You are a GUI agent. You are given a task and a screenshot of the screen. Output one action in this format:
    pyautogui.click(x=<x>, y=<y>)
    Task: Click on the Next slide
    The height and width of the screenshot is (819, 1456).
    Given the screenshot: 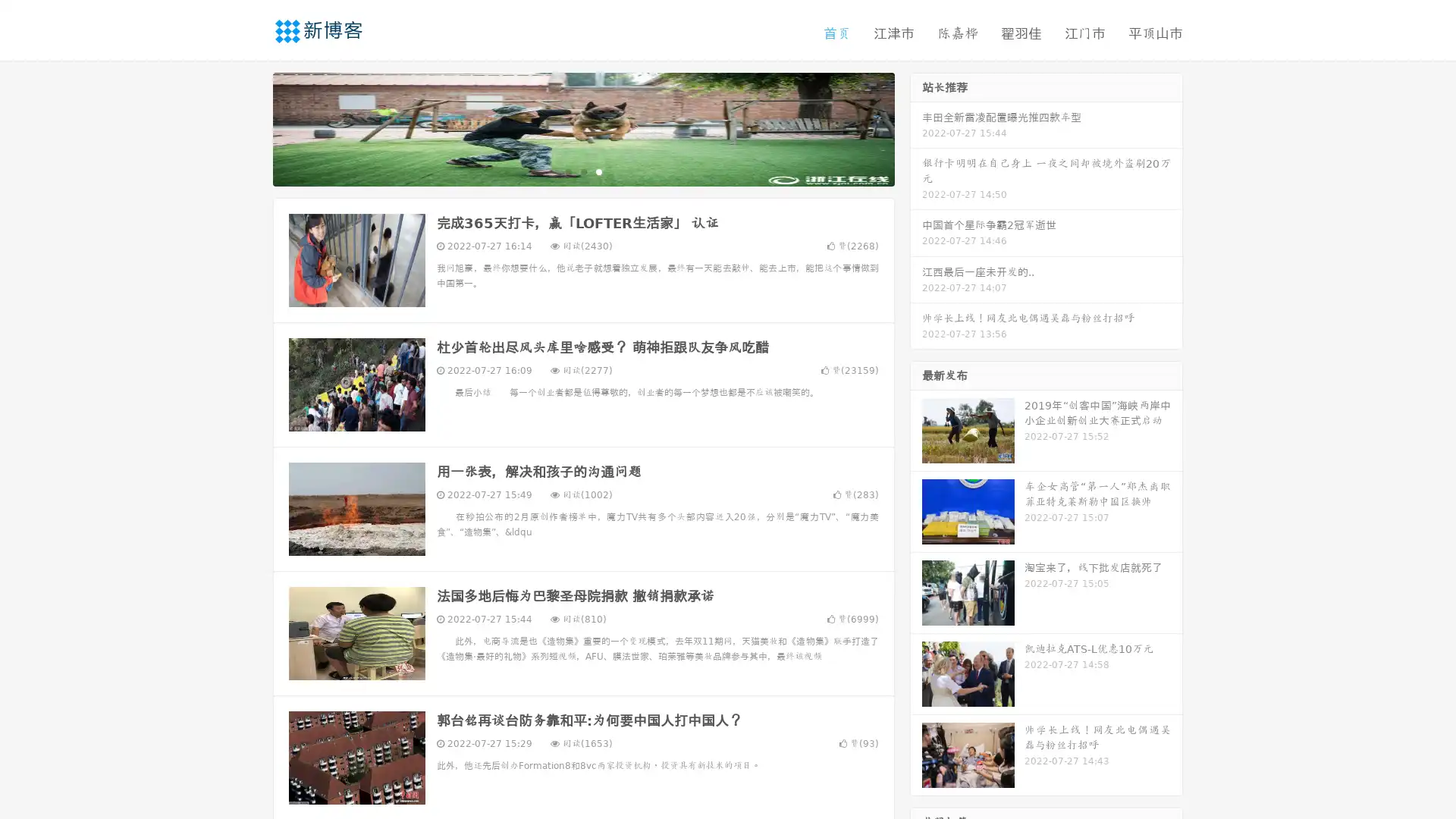 What is the action you would take?
    pyautogui.click(x=916, y=127)
    